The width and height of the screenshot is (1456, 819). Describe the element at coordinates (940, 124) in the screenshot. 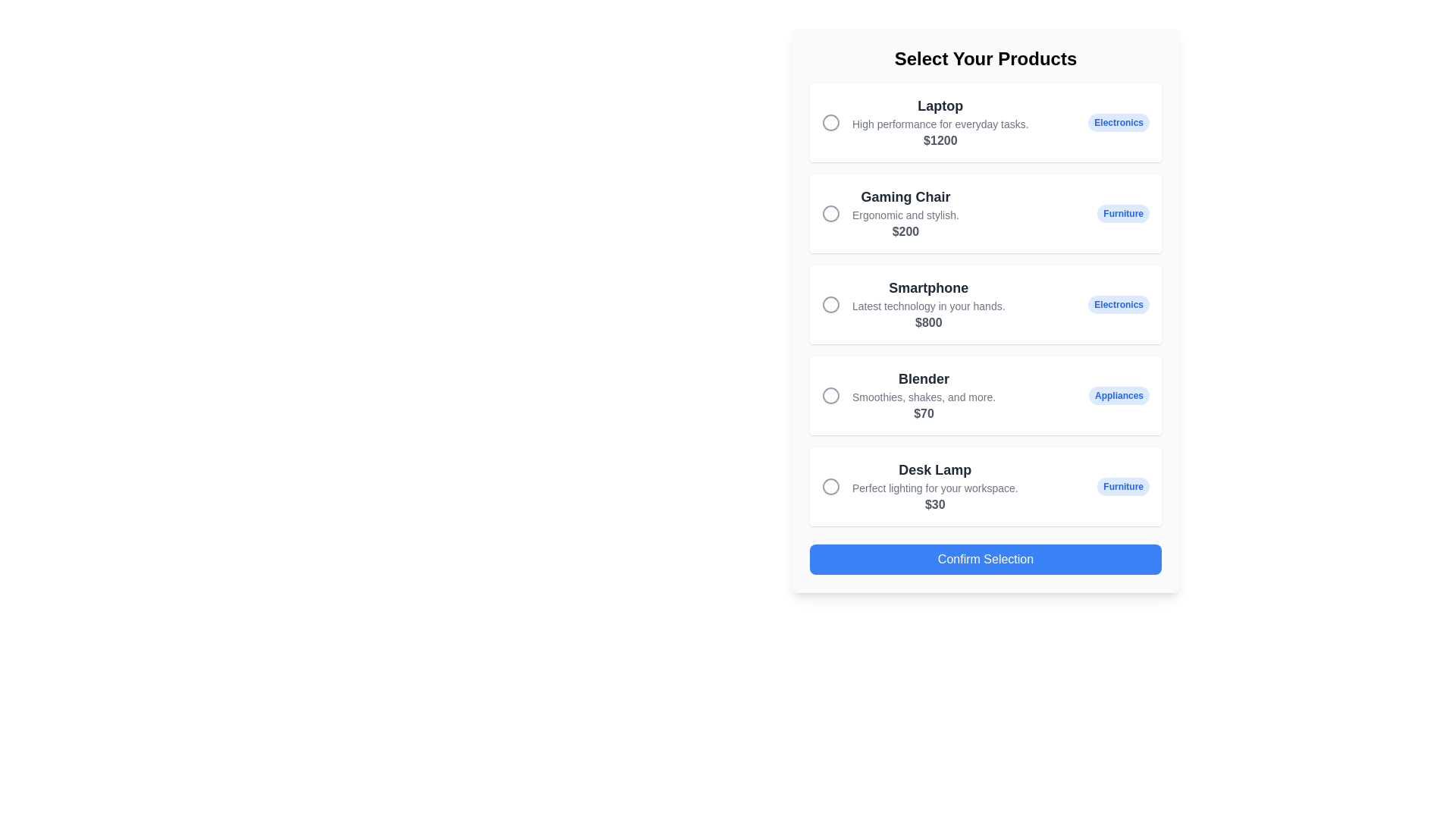

I see `the text label displaying 'High performance for everyday tasks.' which is located below the heading 'Laptop' and above the pricing information '$1200'` at that location.